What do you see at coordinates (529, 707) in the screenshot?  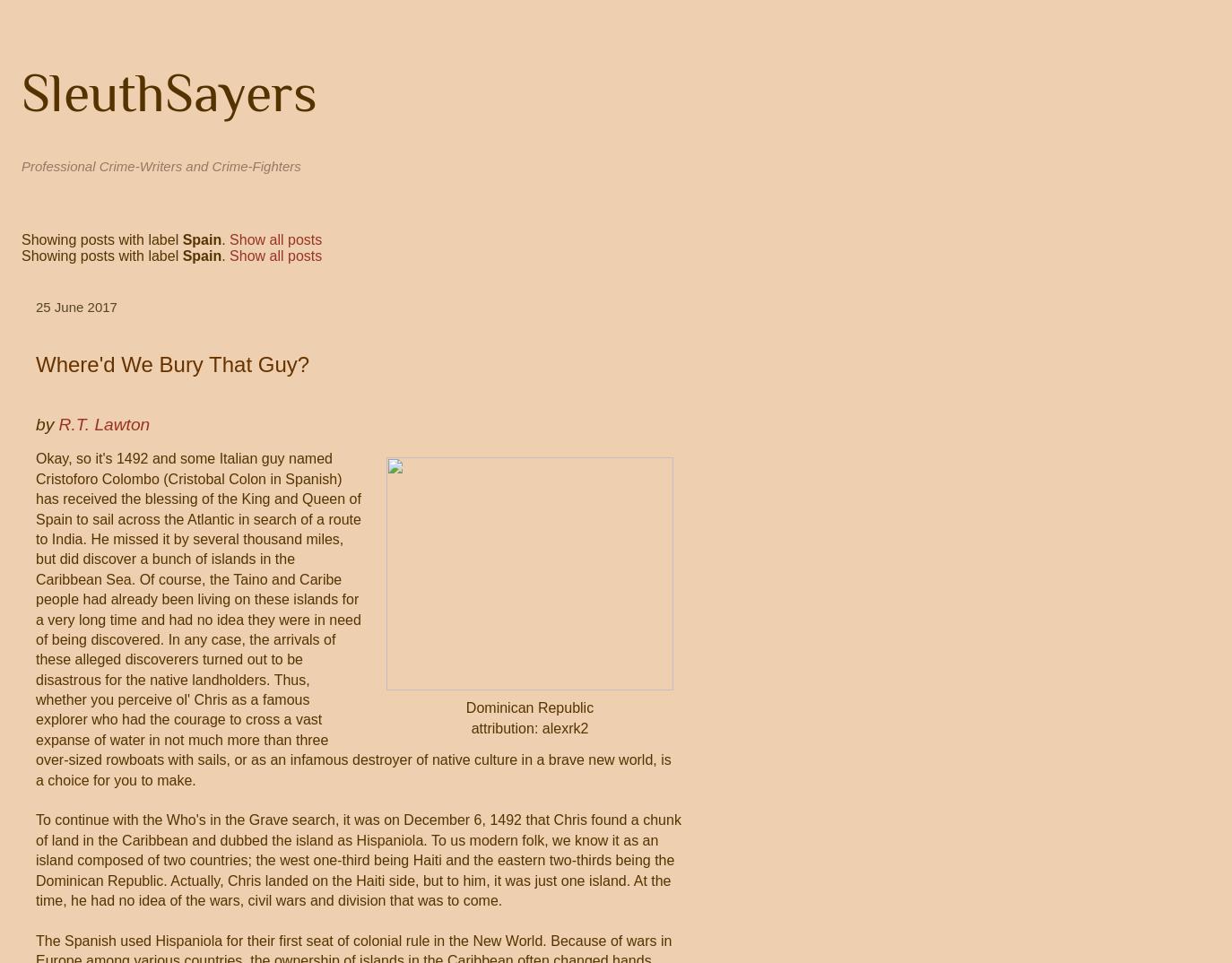 I see `'Dominican Republic'` at bounding box center [529, 707].